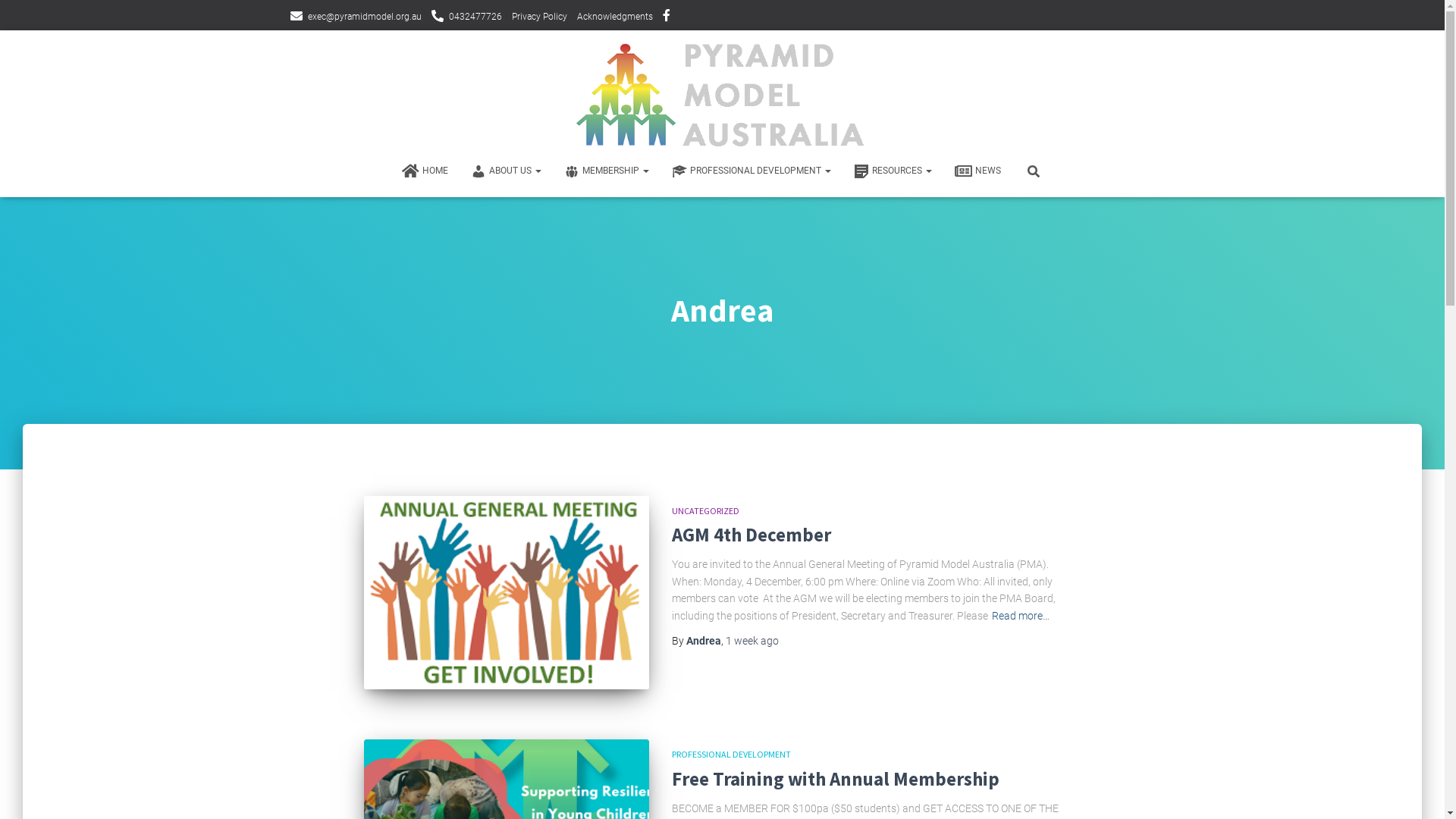  Describe the element at coordinates (506, 170) in the screenshot. I see `'ABOUT US'` at that location.